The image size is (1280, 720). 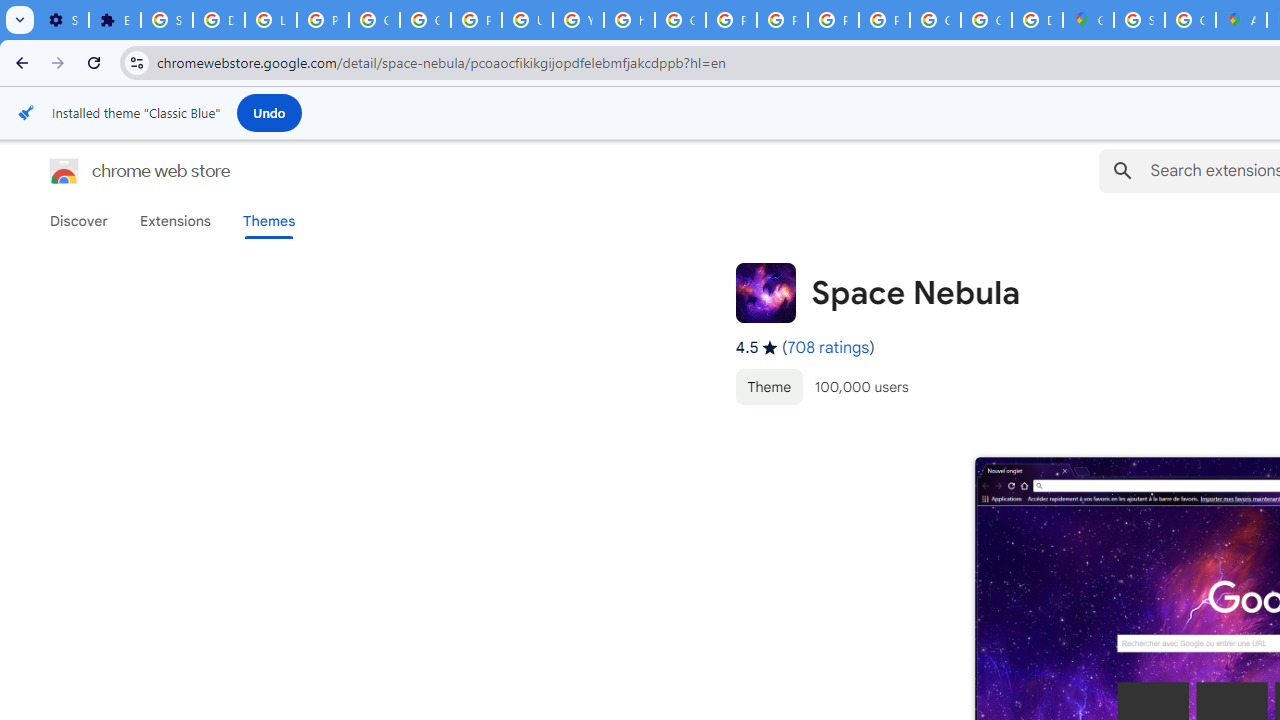 What do you see at coordinates (118, 170) in the screenshot?
I see `'Chrome Web Store logo chrome web store'` at bounding box center [118, 170].